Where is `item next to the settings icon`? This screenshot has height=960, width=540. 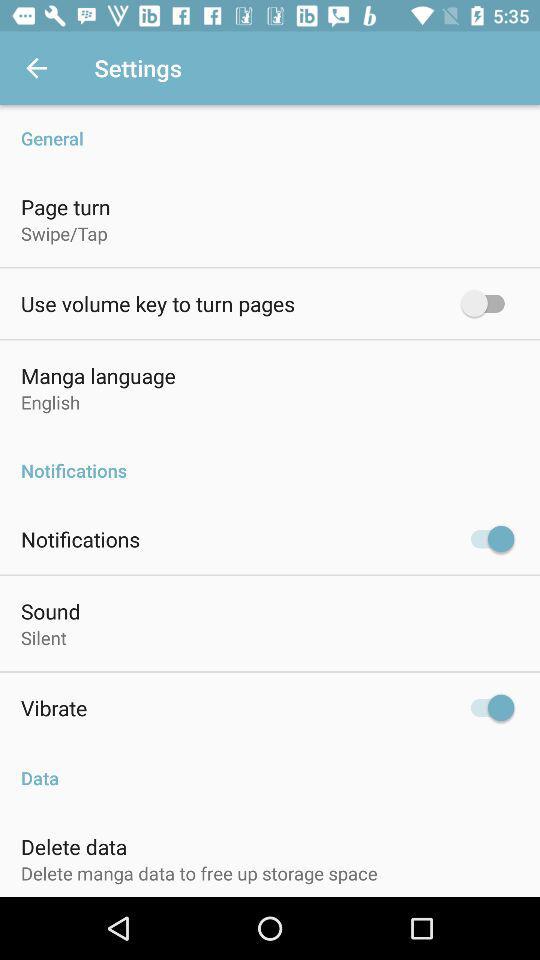
item next to the settings icon is located at coordinates (36, 68).